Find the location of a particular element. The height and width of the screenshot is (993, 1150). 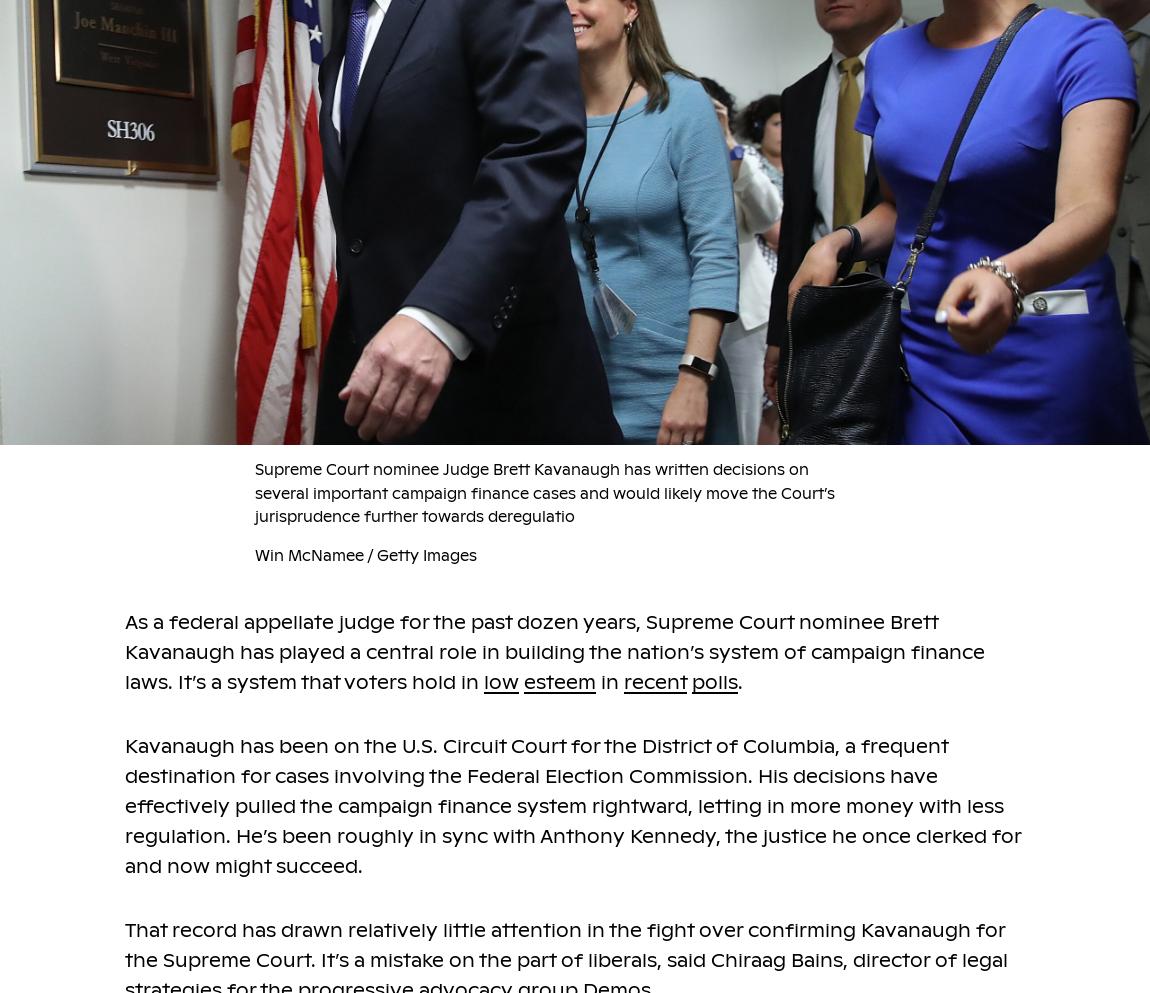

'Kavanaugh has been on the U.S. Circuit Court for the District of Columbia, a frequent destination for cases involving the Federal Election Commission. His decisions have effectively pulled the campaign finance system rightward, letting in more money with less regulation. He’s been roughly in sync with Anthony Kennedy, the justice he once clerked for and now might succeed.' is located at coordinates (573, 806).